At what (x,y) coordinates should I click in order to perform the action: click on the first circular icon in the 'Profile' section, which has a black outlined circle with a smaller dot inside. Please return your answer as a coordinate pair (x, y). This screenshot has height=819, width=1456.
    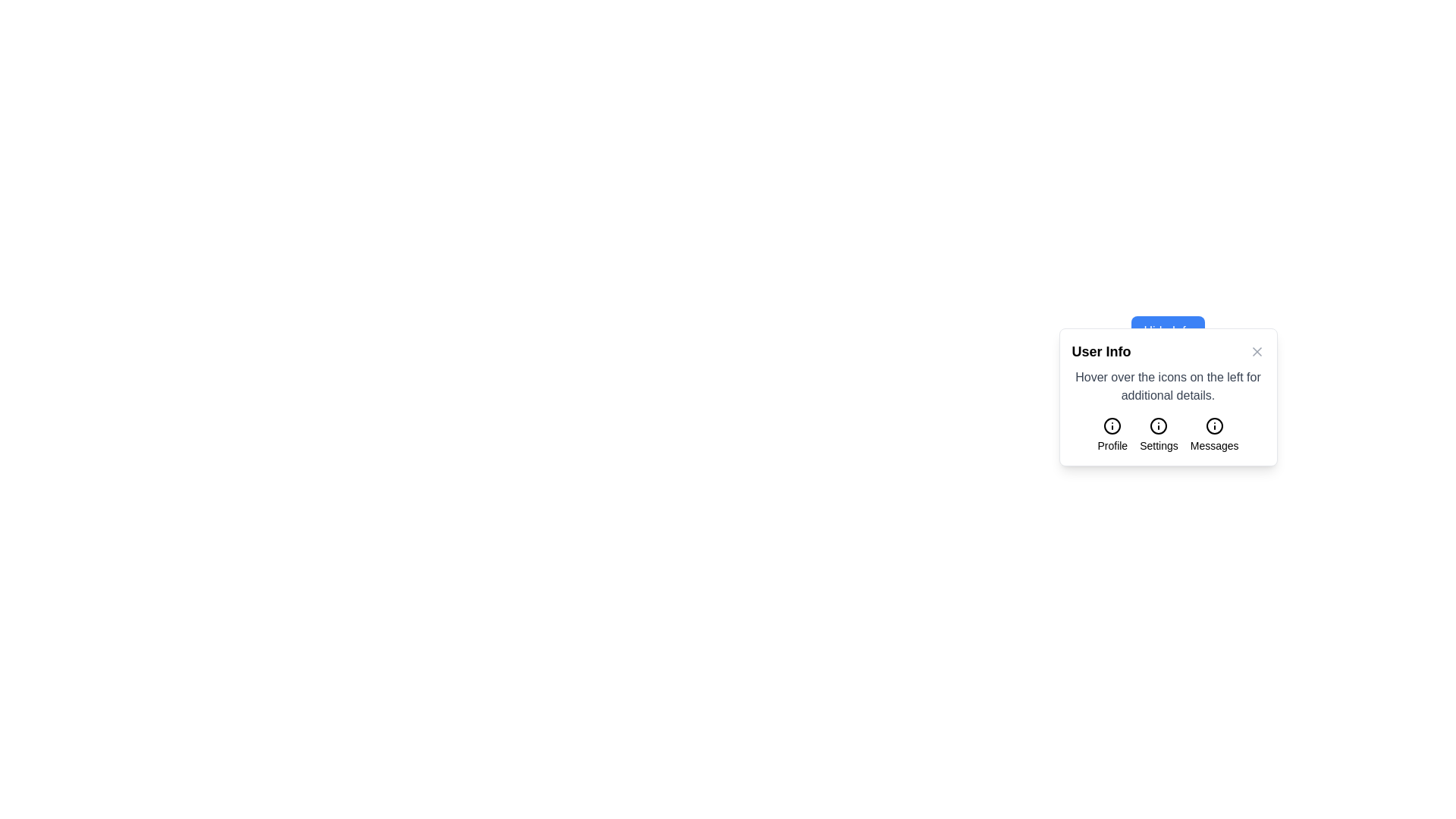
    Looking at the image, I should click on (1112, 426).